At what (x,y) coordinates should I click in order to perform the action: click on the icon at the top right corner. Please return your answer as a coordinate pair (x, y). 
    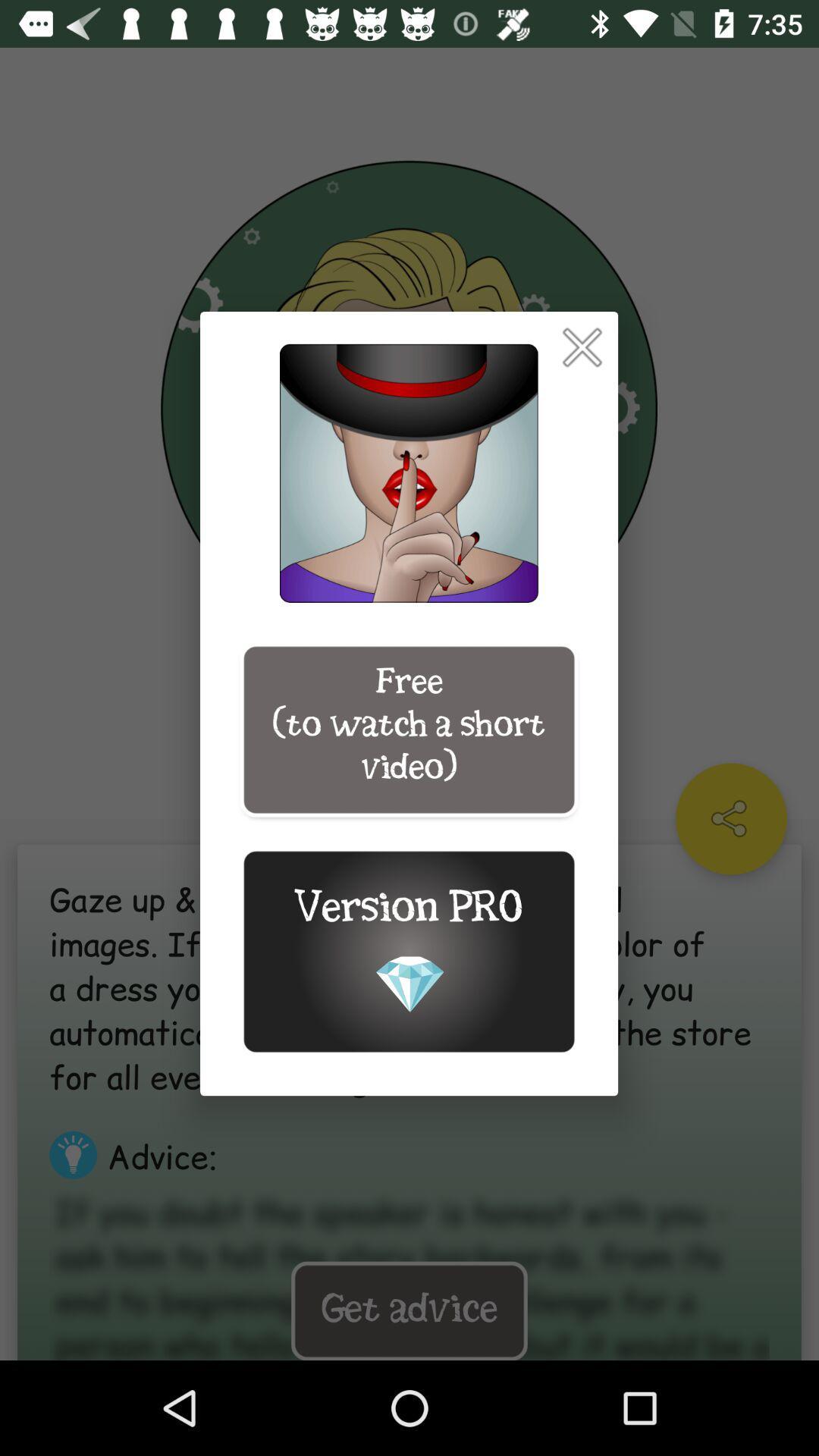
    Looking at the image, I should click on (581, 347).